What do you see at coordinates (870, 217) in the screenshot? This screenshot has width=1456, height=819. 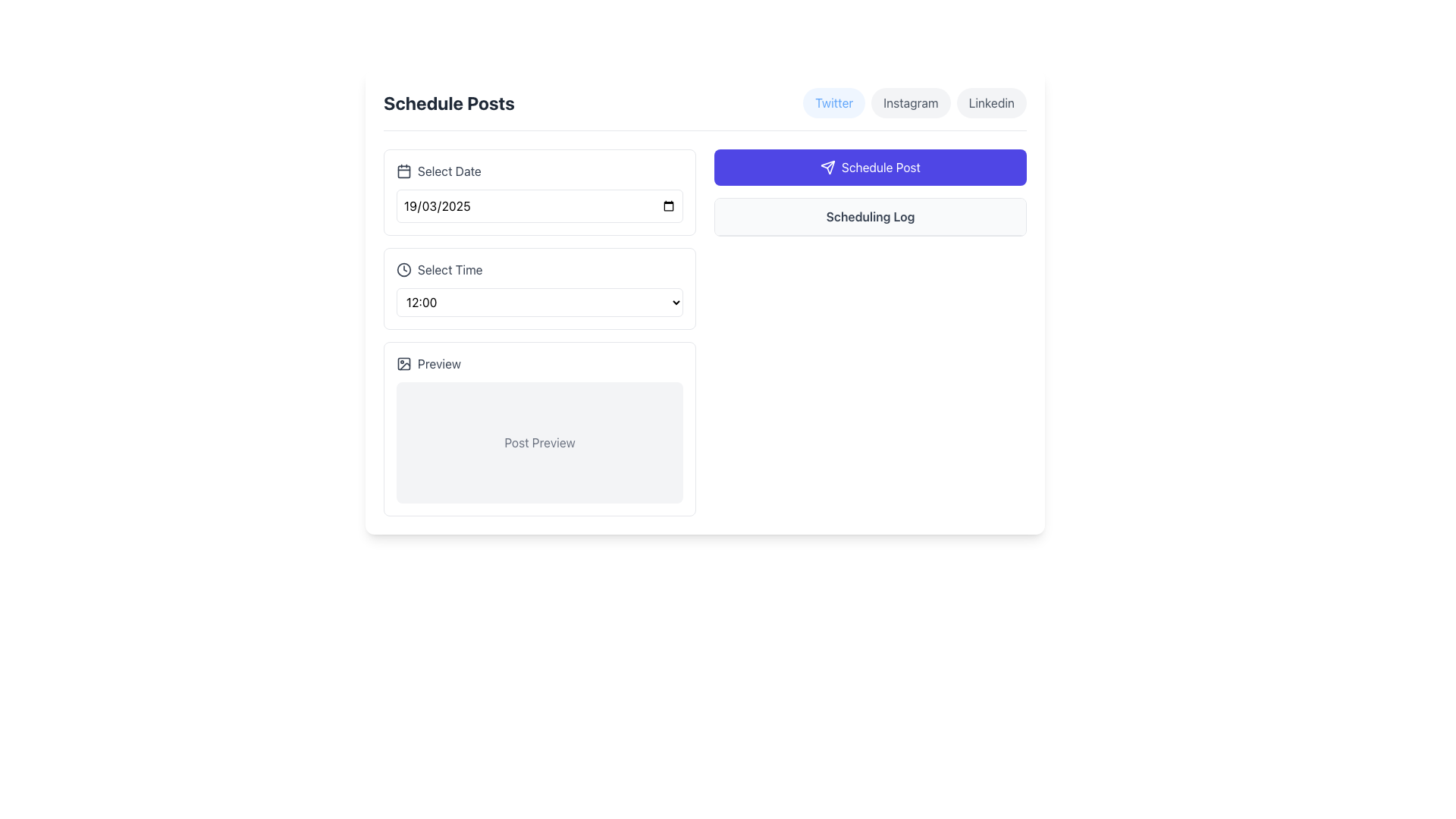 I see `the static text header labeled 'Scheduling Log', which is a rectangular block with a light gray background and dark bold text, located underneath the 'Schedule Post' button` at bounding box center [870, 217].